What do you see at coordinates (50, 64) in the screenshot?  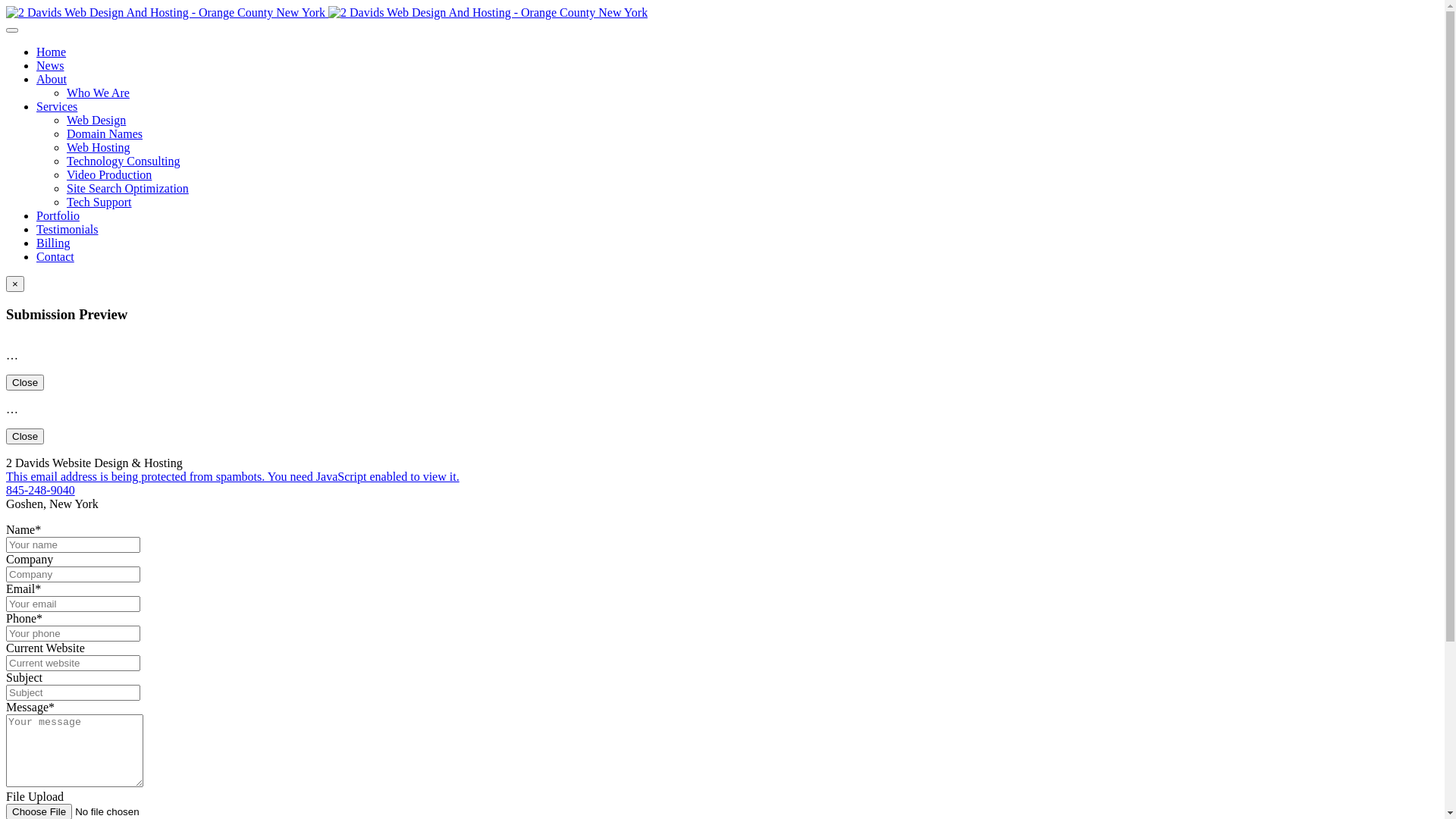 I see `'News'` at bounding box center [50, 64].